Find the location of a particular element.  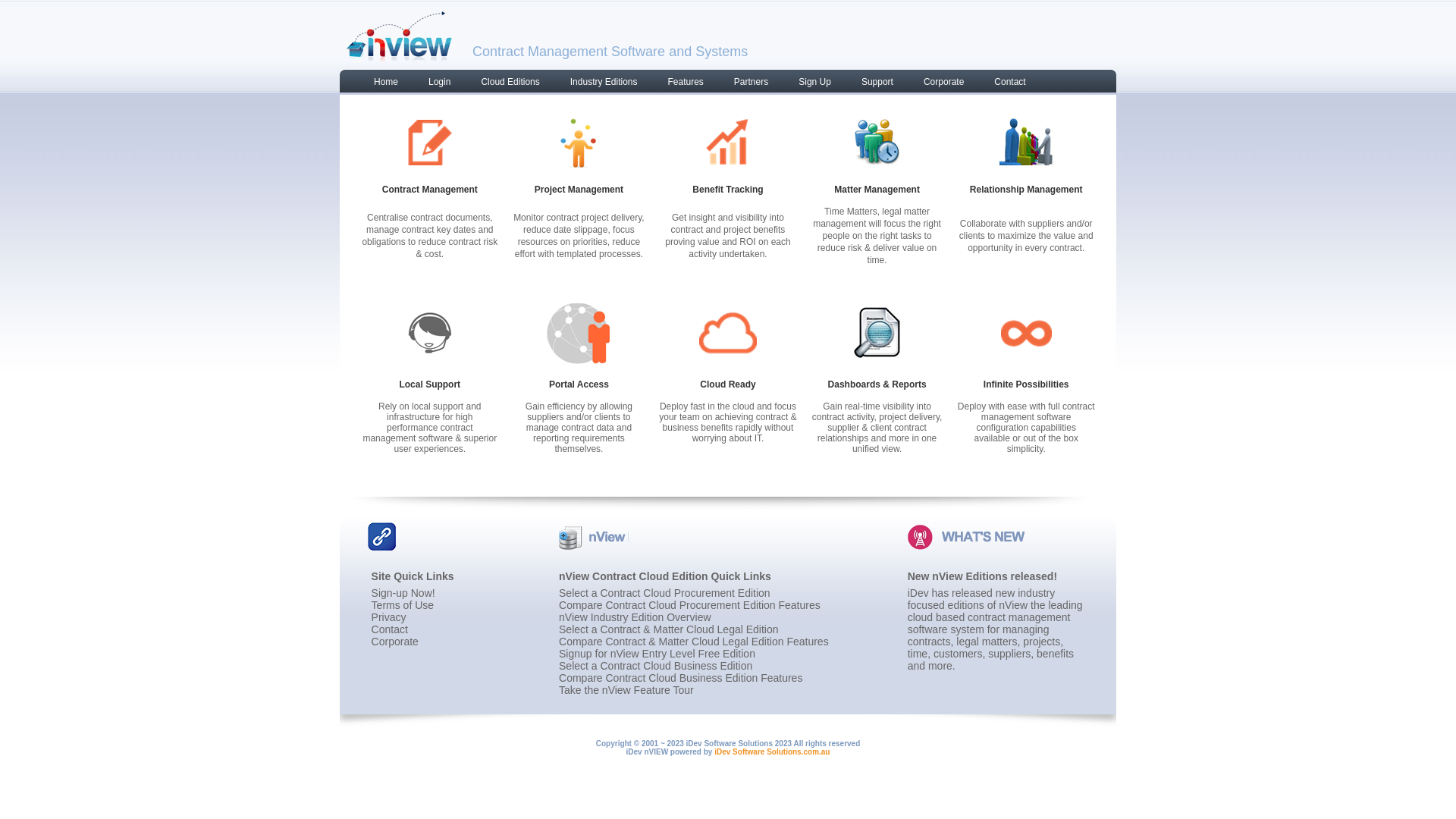

'Matter Management' is located at coordinates (877, 189).